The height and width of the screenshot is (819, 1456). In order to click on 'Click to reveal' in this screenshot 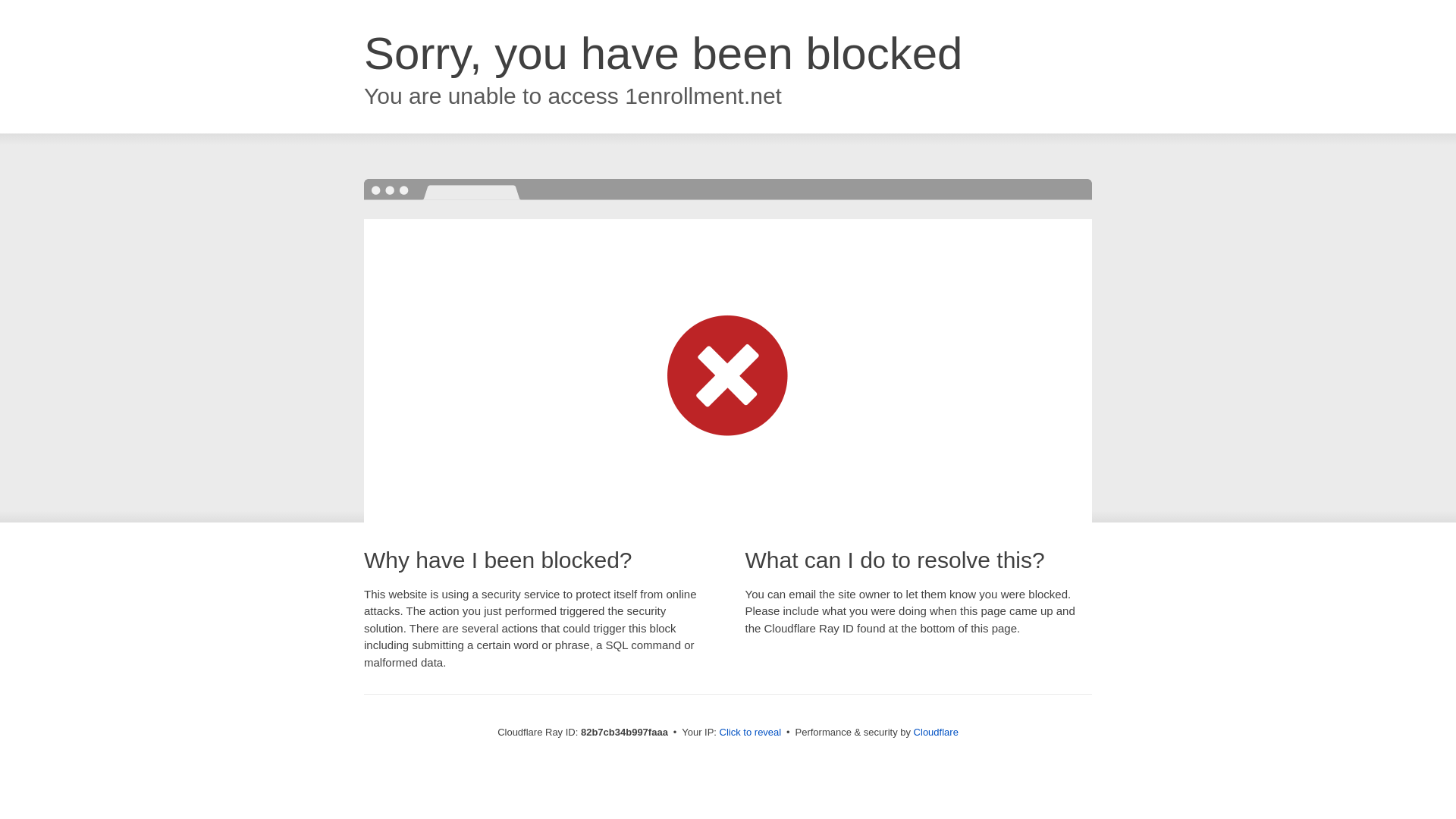, I will do `click(750, 731)`.